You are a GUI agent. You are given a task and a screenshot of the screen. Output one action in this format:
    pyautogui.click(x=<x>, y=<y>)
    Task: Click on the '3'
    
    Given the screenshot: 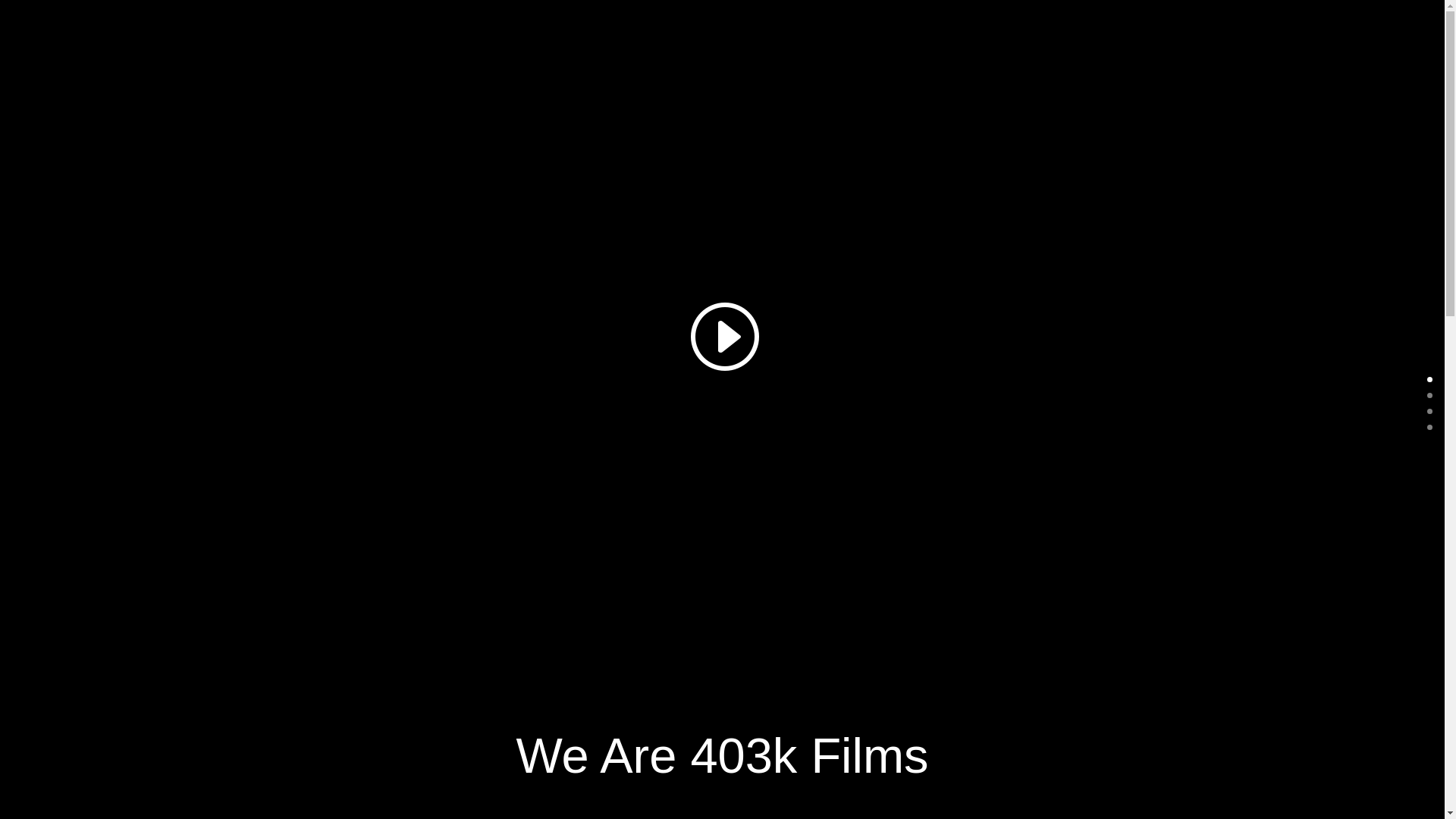 What is the action you would take?
    pyautogui.click(x=1429, y=427)
    